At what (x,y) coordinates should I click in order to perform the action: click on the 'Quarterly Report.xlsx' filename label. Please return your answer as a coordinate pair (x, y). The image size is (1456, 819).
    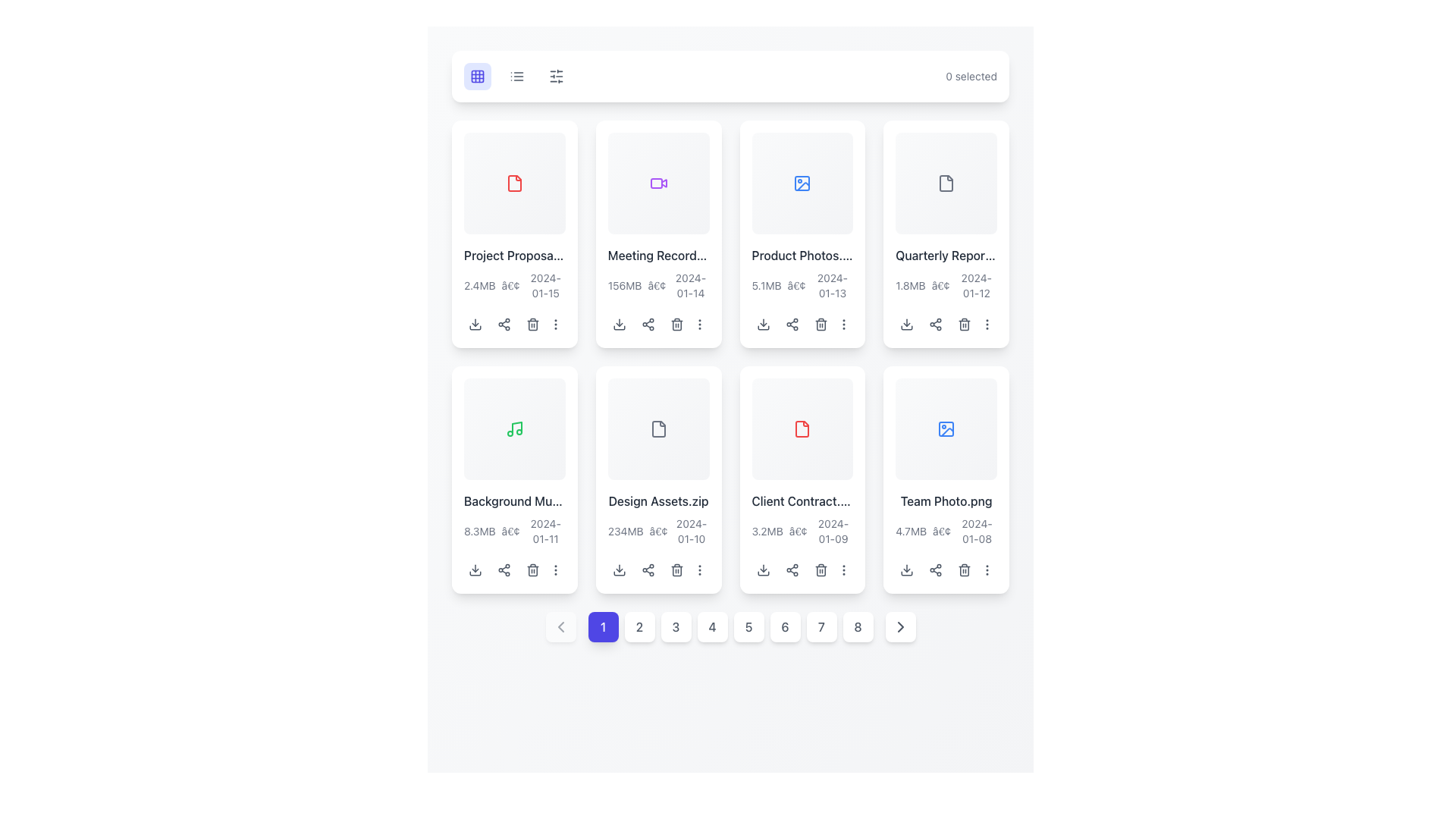
    Looking at the image, I should click on (946, 254).